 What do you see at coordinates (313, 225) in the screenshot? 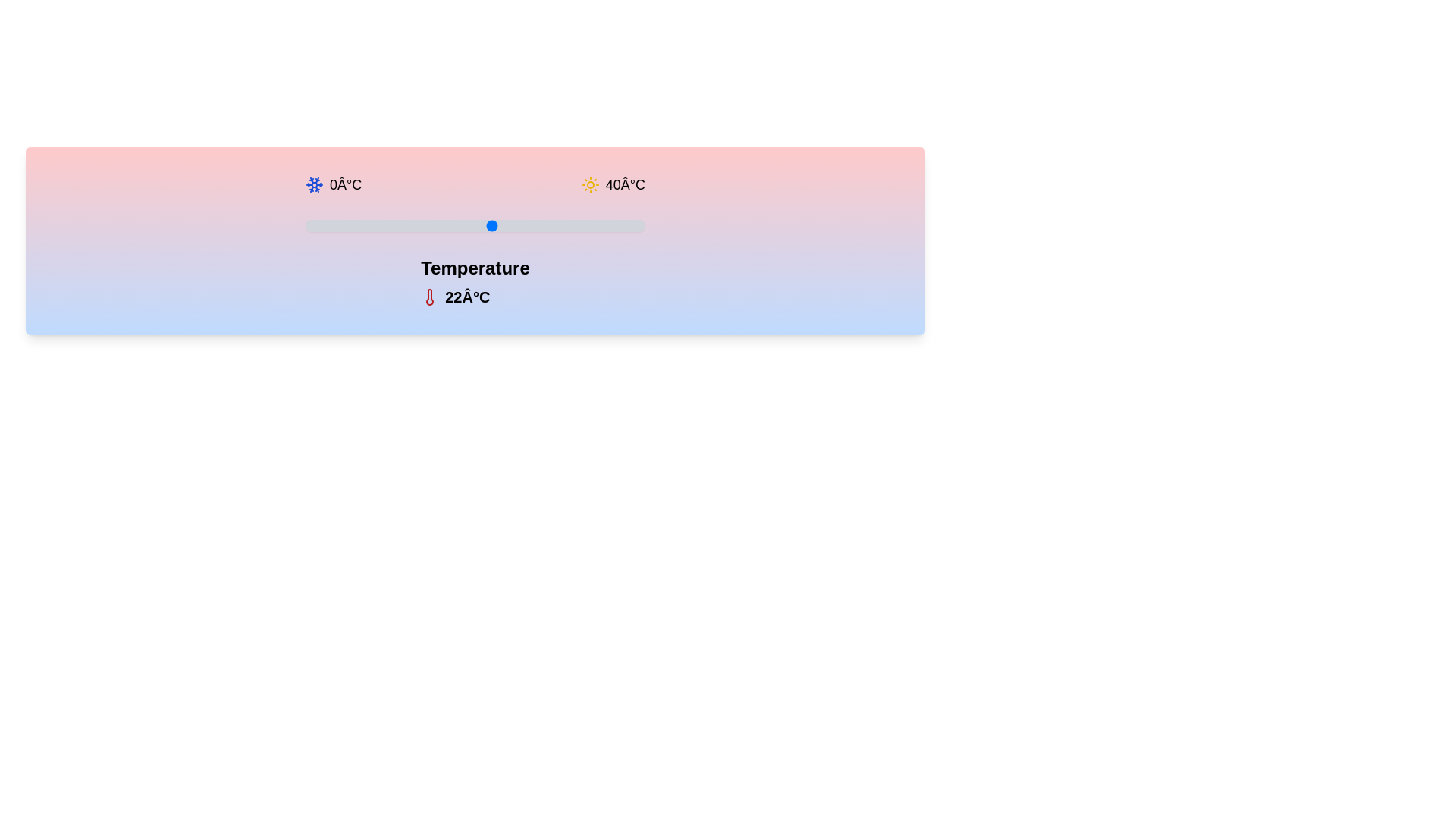
I see `the slider to set the temperature to 1°C` at bounding box center [313, 225].